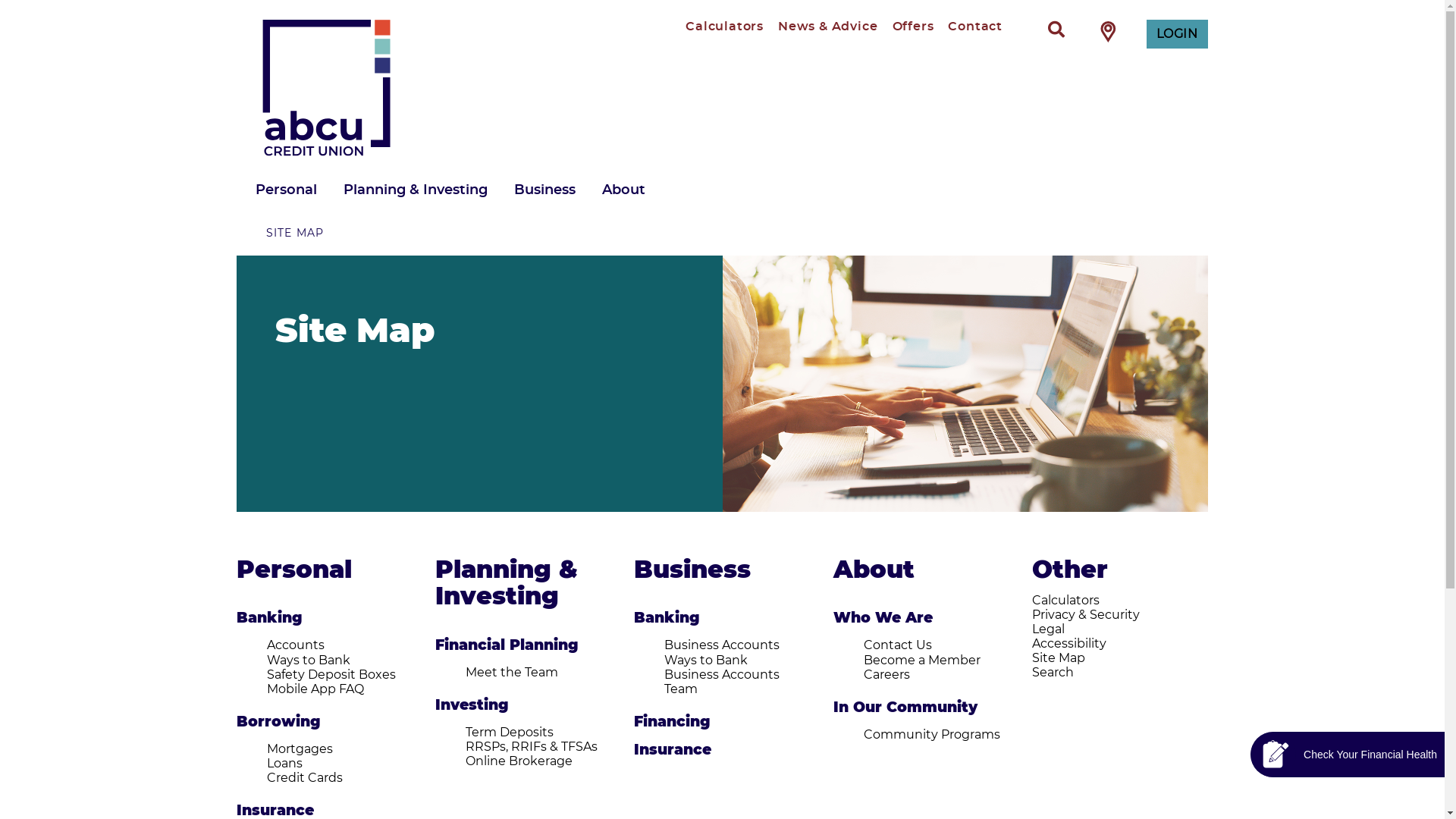  What do you see at coordinates (671, 721) in the screenshot?
I see `'Financing'` at bounding box center [671, 721].